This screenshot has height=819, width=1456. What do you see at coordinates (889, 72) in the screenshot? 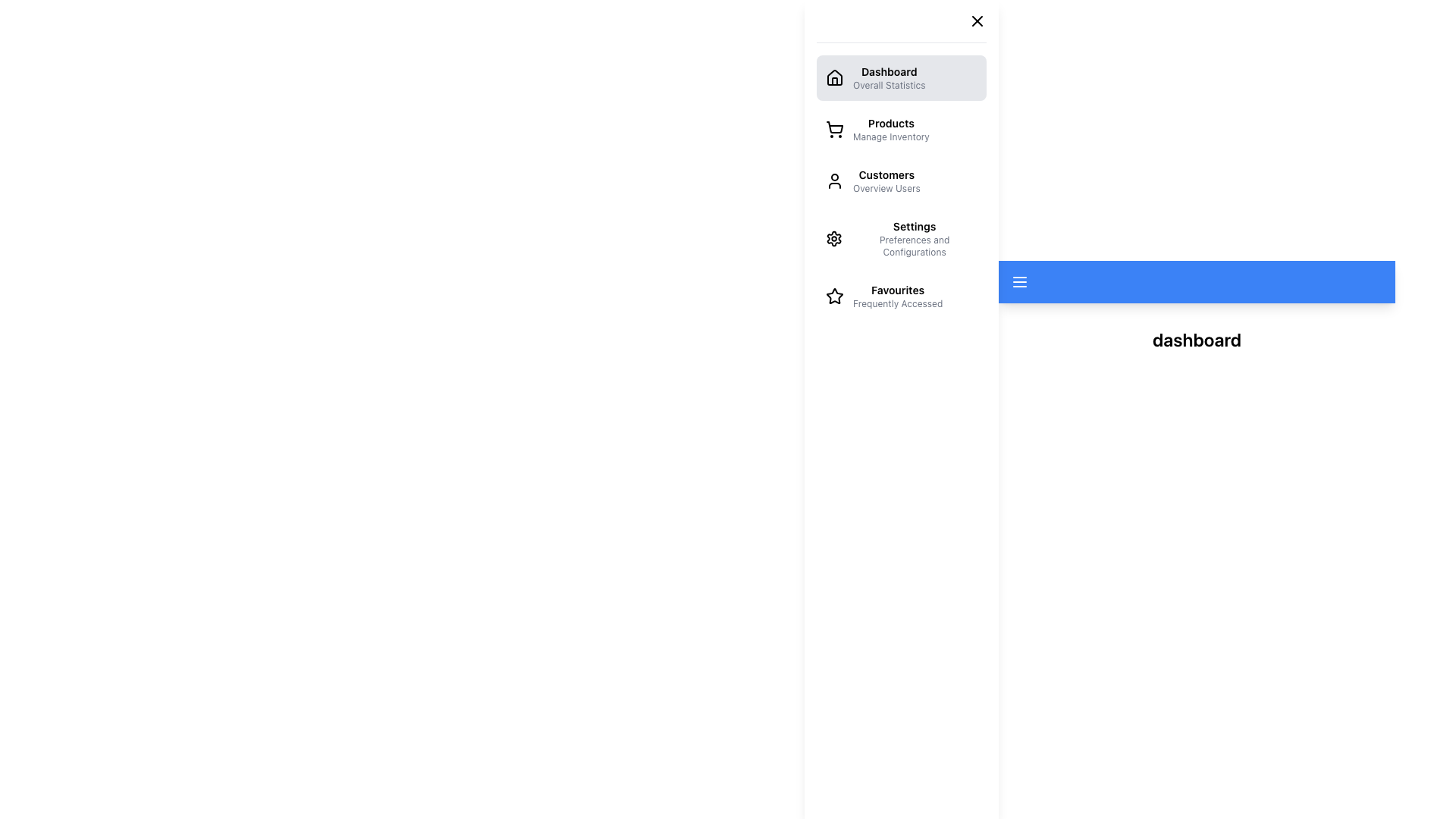
I see `the text label displaying 'Dashboard', which is styled in bold and located in the sidebar navigation menu above 'Overall Statistics'` at bounding box center [889, 72].